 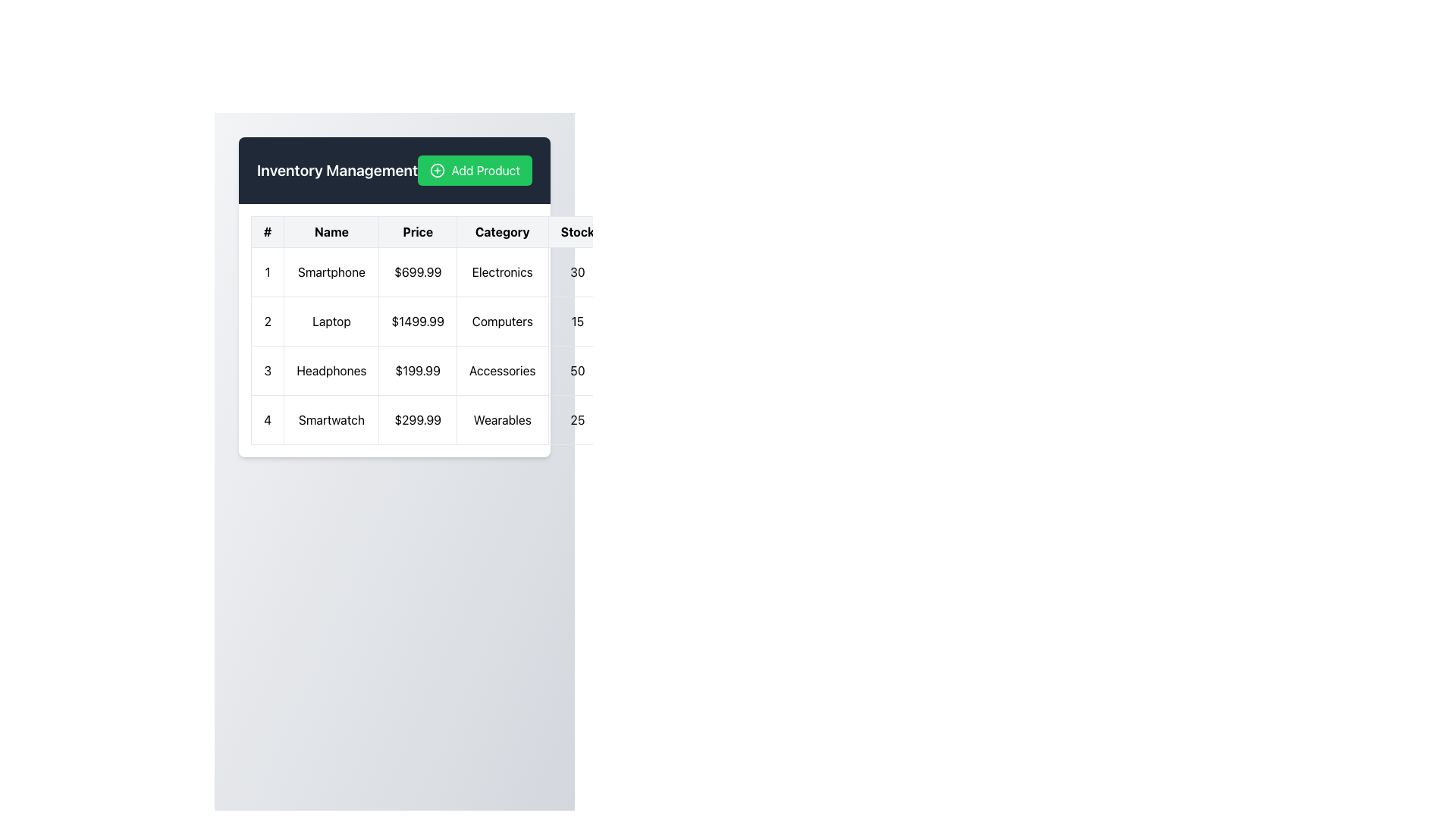 What do you see at coordinates (576, 420) in the screenshot?
I see `the table cell containing the text '25', located in the fourth row and last column of the inventory management table` at bounding box center [576, 420].